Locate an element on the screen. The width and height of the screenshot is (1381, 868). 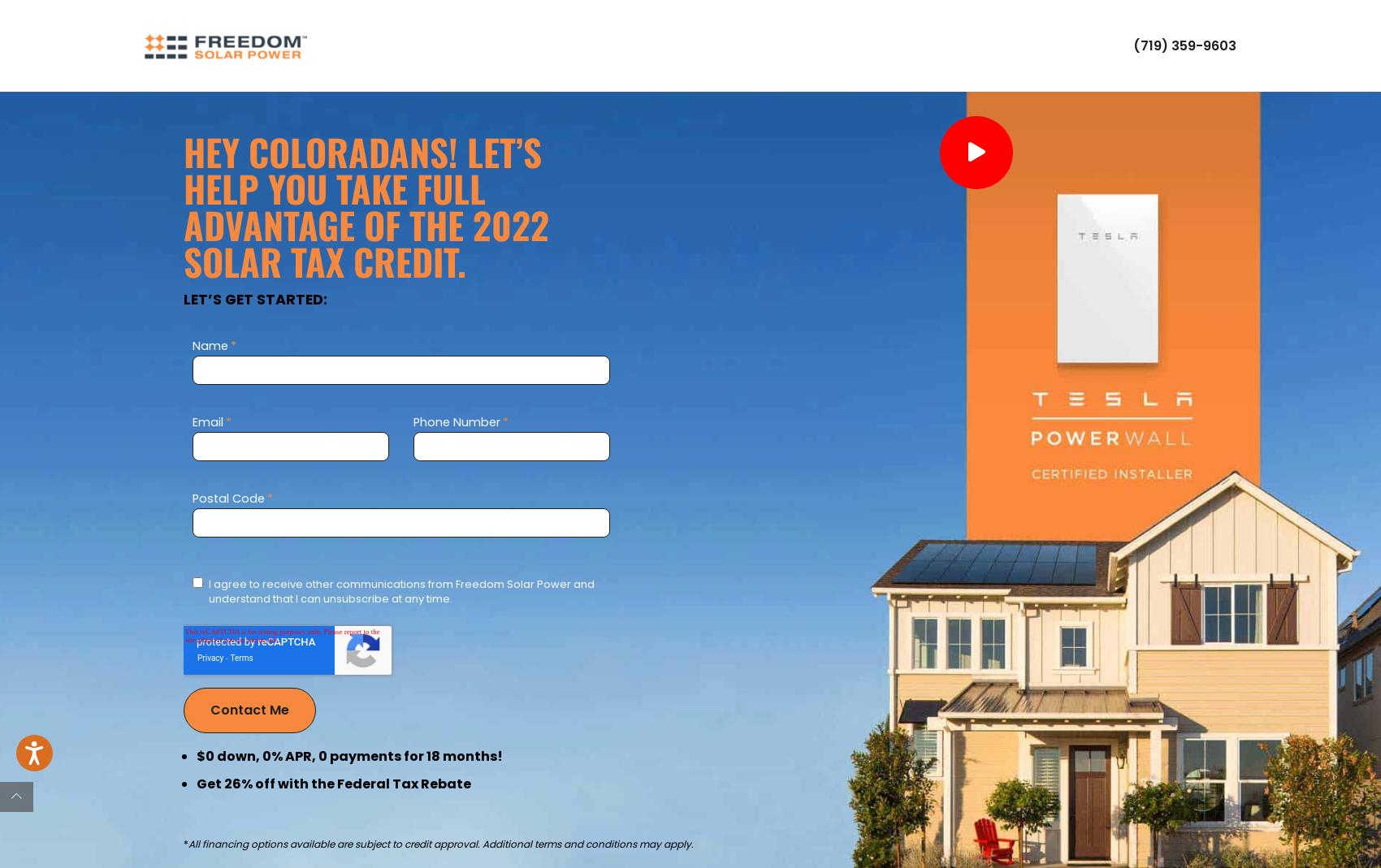
'Get 26% off with the Federal Tax Rebate' is located at coordinates (333, 783).